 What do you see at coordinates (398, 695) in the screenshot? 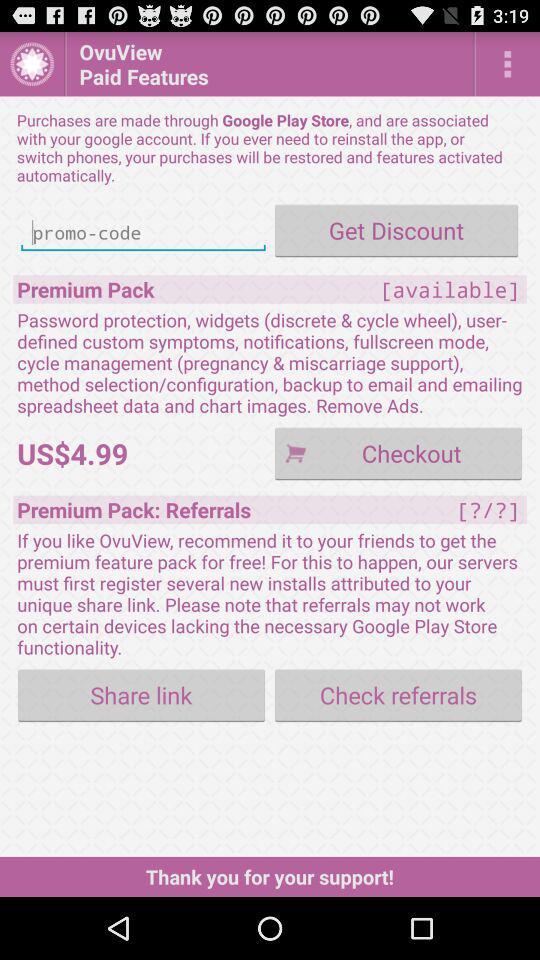
I see `the button at the bottom right corner` at bounding box center [398, 695].